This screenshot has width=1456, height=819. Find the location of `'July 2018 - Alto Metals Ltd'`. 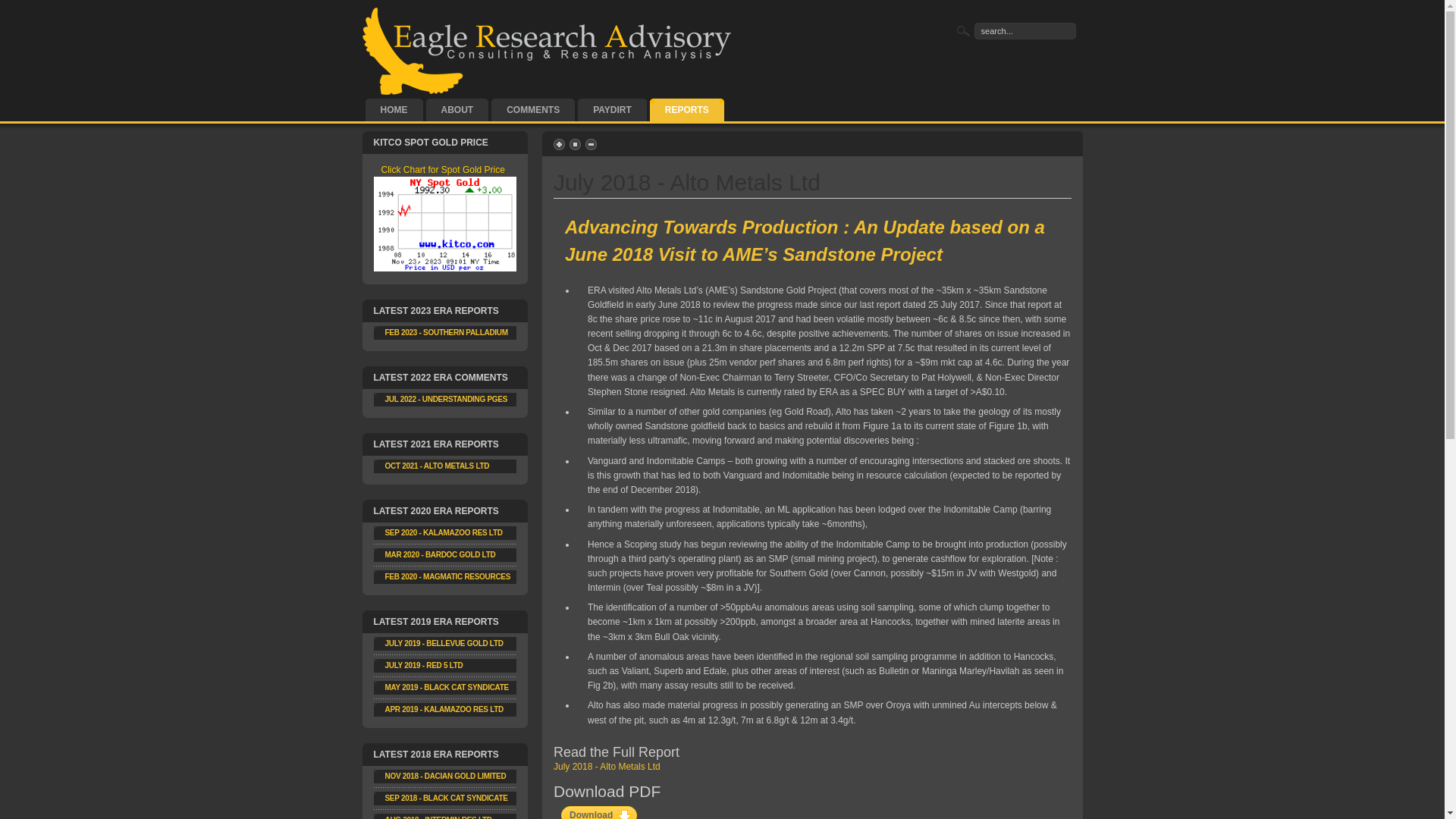

'July 2018 - Alto Metals Ltd' is located at coordinates (607, 766).